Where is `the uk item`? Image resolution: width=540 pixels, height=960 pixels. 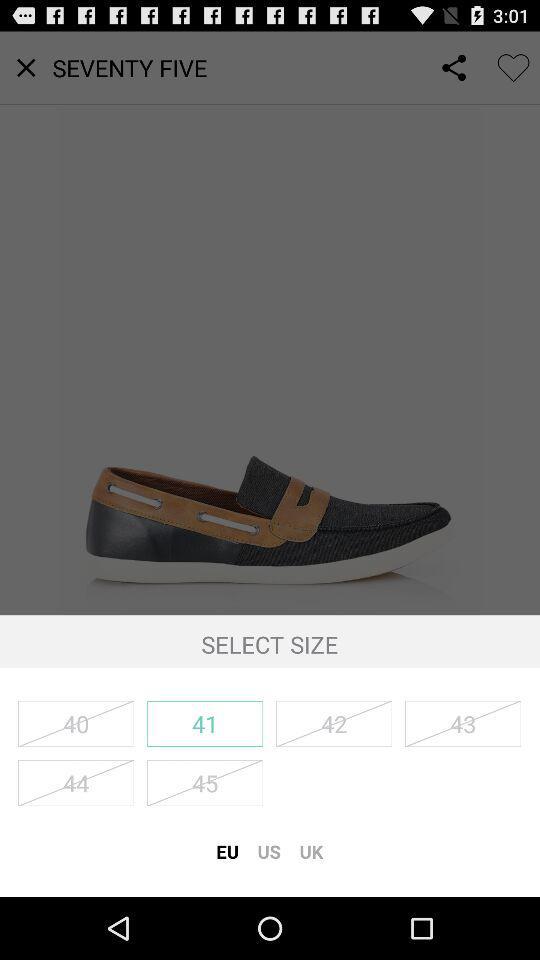
the uk item is located at coordinates (311, 850).